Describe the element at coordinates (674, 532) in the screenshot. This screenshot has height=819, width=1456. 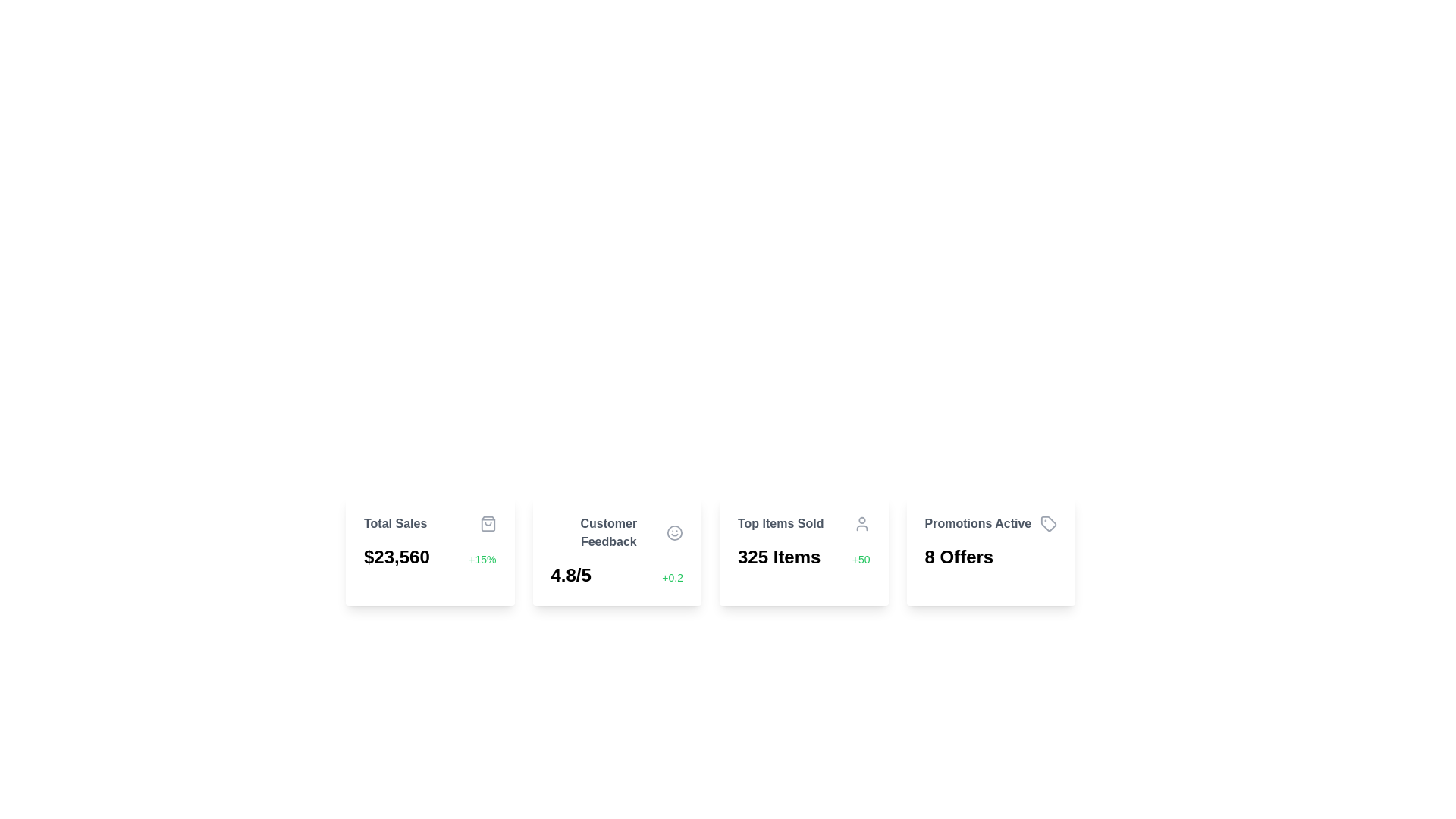
I see `the circular smiley face graphic icon located in the 'Customer Feedback' section, which is centered above the feedback value '4.8/5'` at that location.